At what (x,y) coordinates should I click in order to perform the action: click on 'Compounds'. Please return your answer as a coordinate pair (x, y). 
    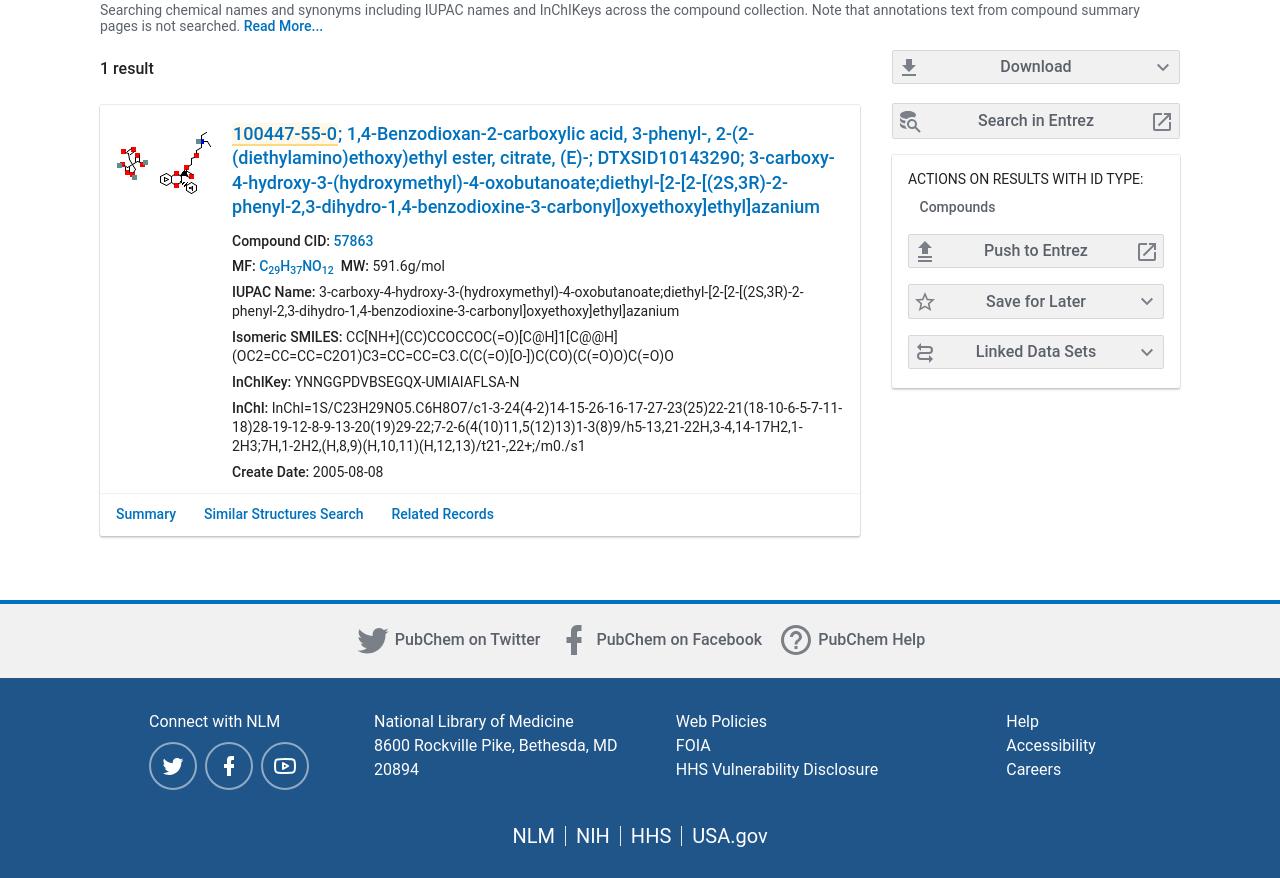
    Looking at the image, I should click on (956, 204).